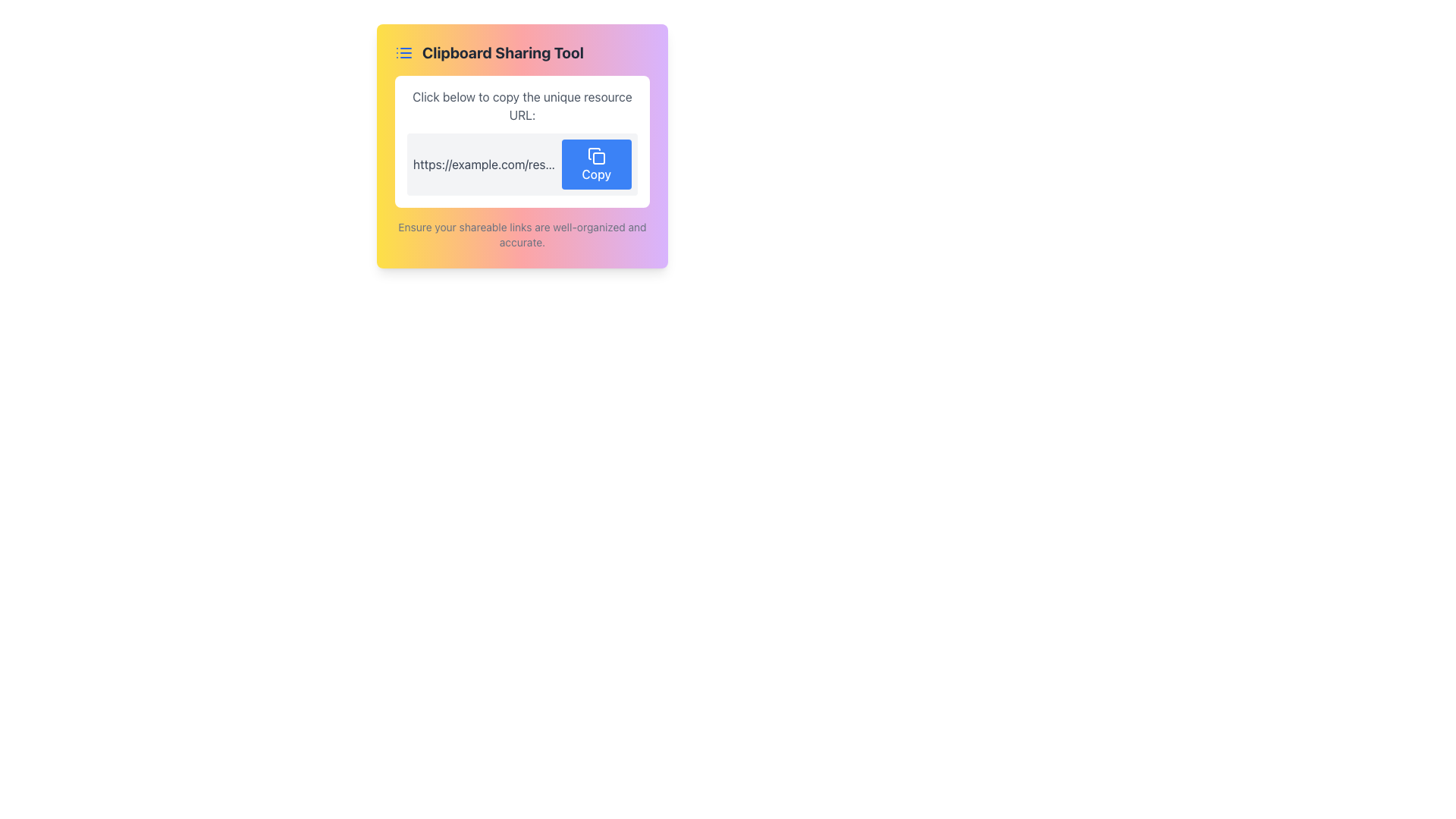  Describe the element at coordinates (595, 164) in the screenshot. I see `the blue 'Copy' button with white text and an icon of overlapping rectangles to copy the URL located on the right side of the URL text 'https://example.com/resource'` at that location.